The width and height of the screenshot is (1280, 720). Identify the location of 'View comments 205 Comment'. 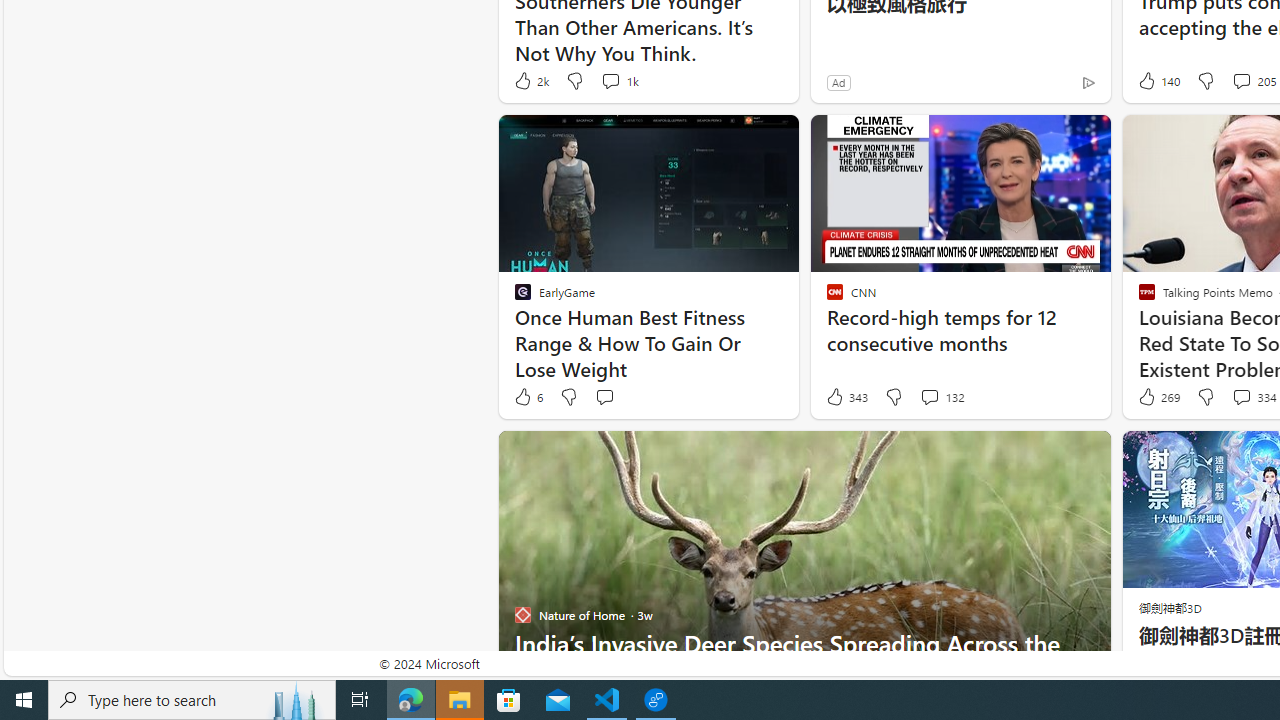
(1240, 80).